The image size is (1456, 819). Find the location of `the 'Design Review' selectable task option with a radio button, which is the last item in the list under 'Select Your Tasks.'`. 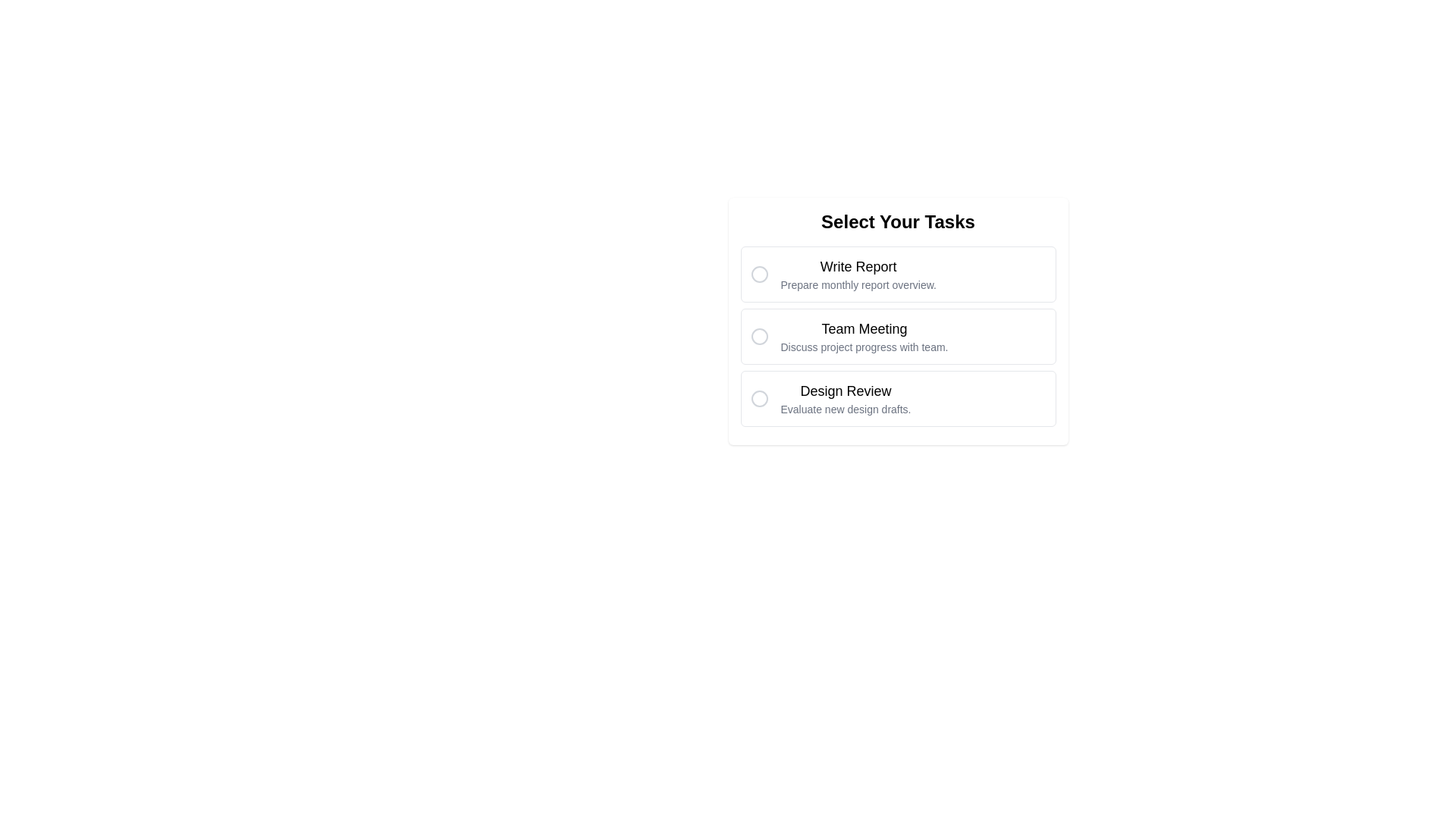

the 'Design Review' selectable task option with a radio button, which is the last item in the list under 'Select Your Tasks.' is located at coordinates (898, 397).